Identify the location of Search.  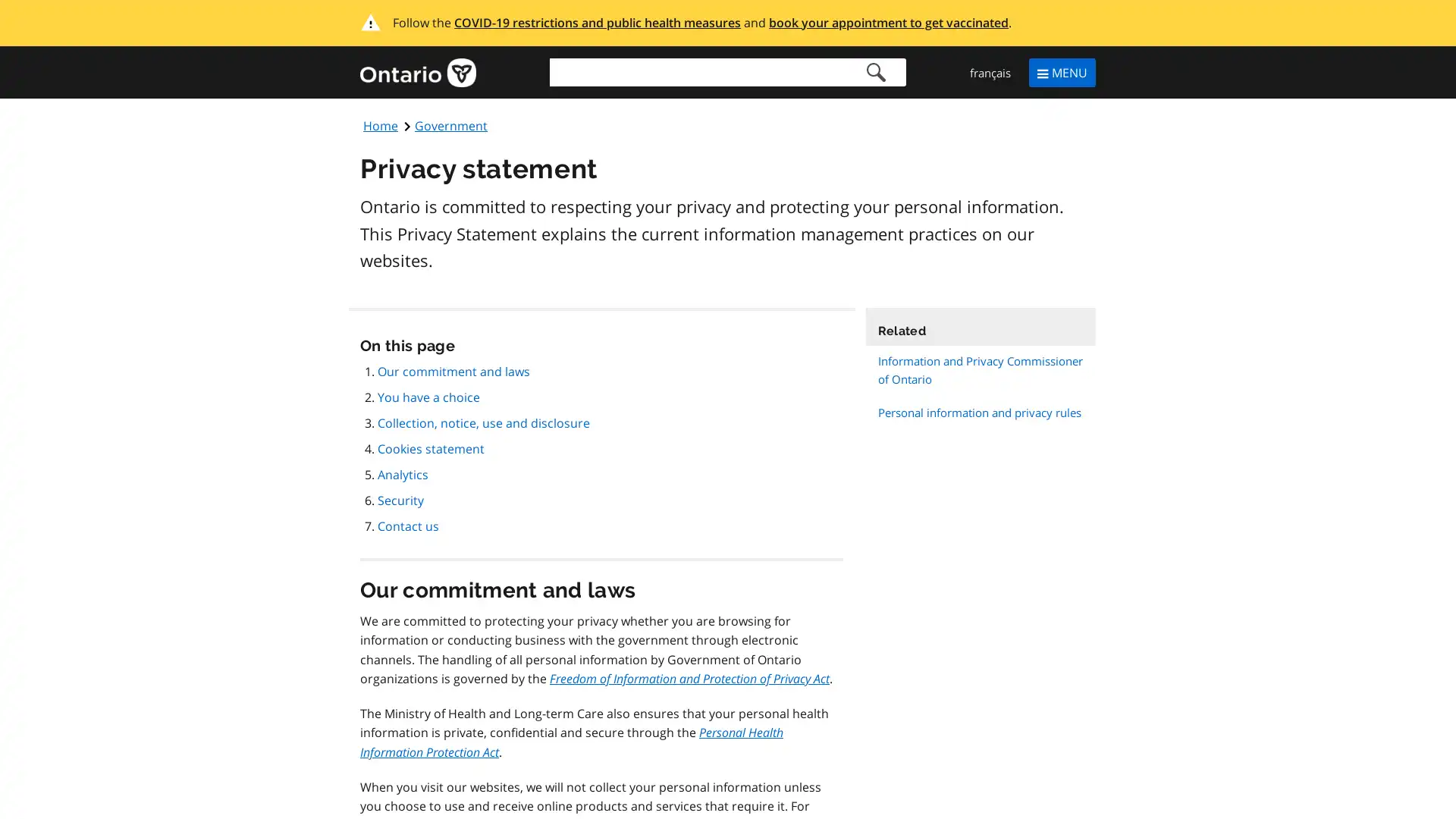
(876, 71).